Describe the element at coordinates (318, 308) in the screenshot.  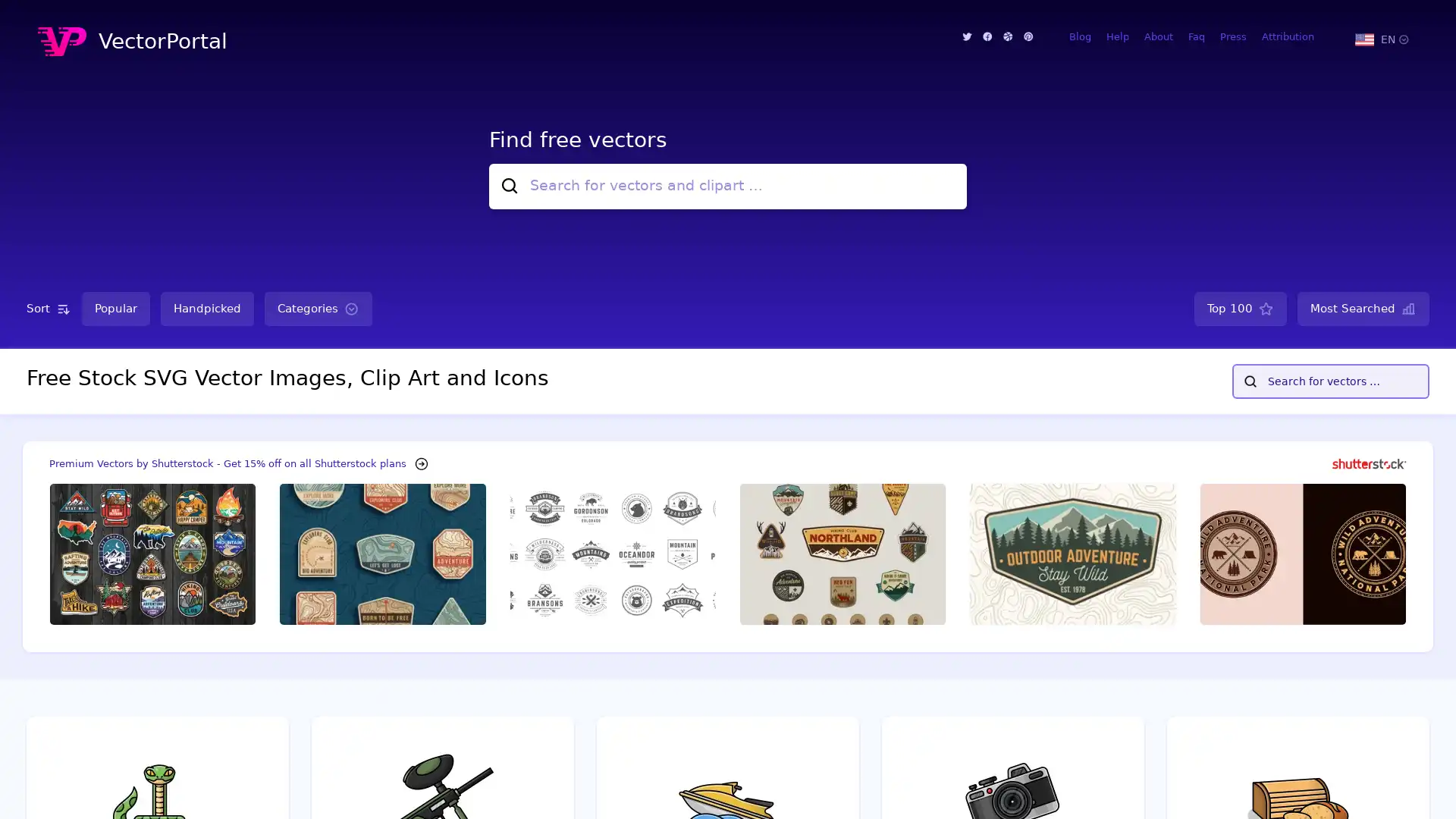
I see `Categories` at that location.